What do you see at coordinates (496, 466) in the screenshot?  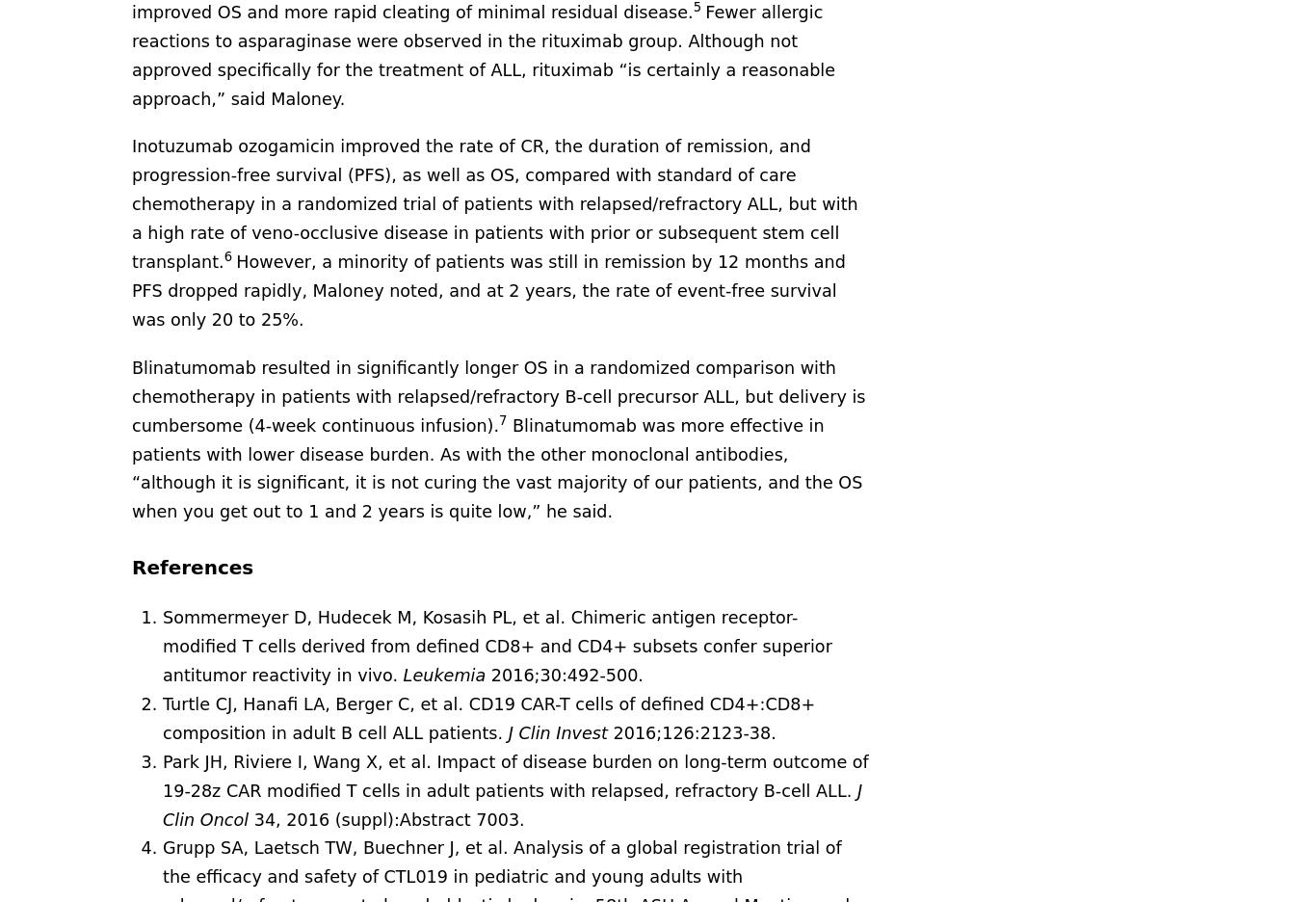 I see `'Blinatumomab was more effective in patients with lower disease burden. As with the other monoclonal antibodies, “although it is significant, it is not curing the vast majority of our patients, and the OS when you get out to 1 and 2 years is quite low,” he said.'` at bounding box center [496, 466].